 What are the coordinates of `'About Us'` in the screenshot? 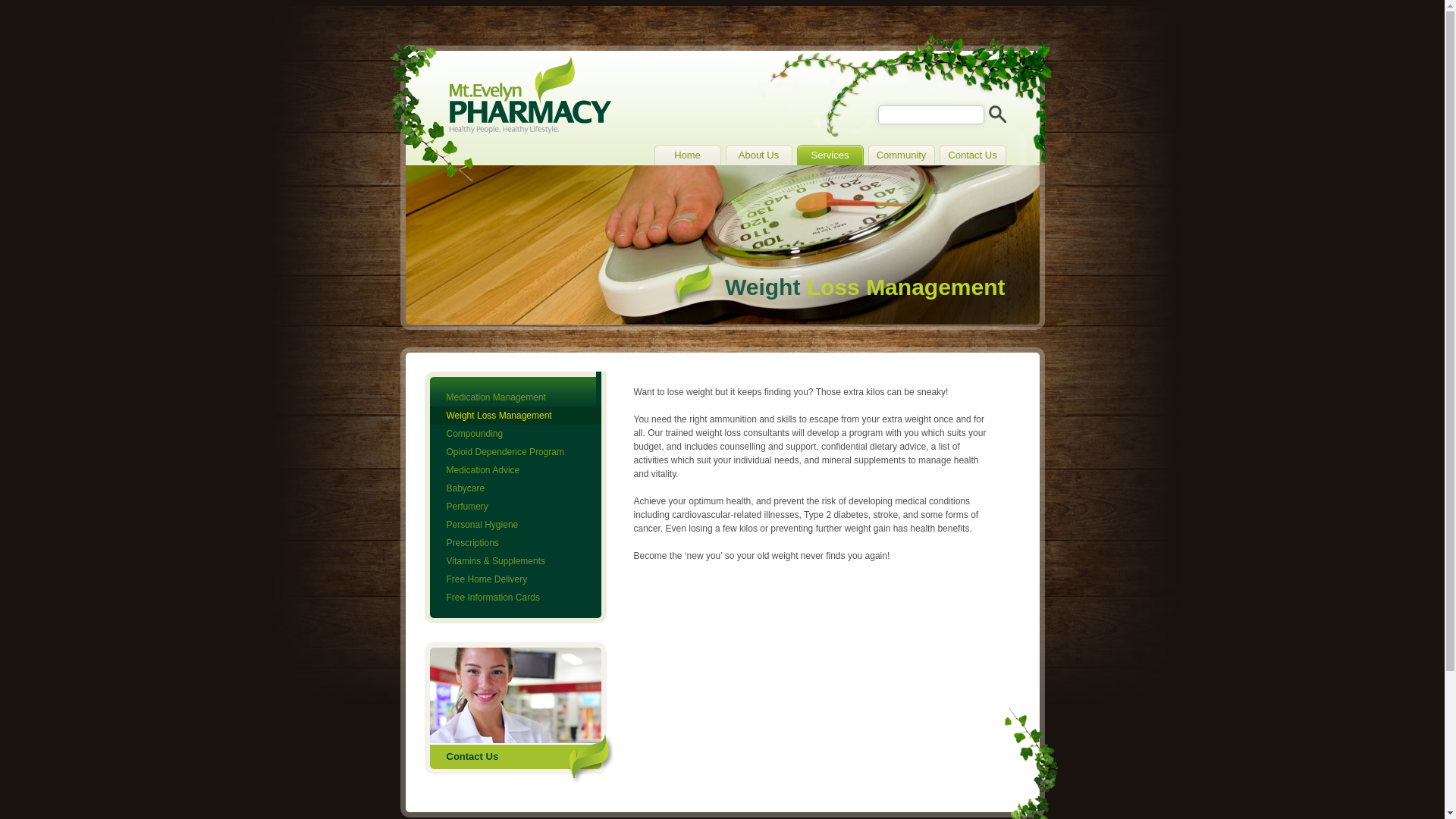 It's located at (723, 155).